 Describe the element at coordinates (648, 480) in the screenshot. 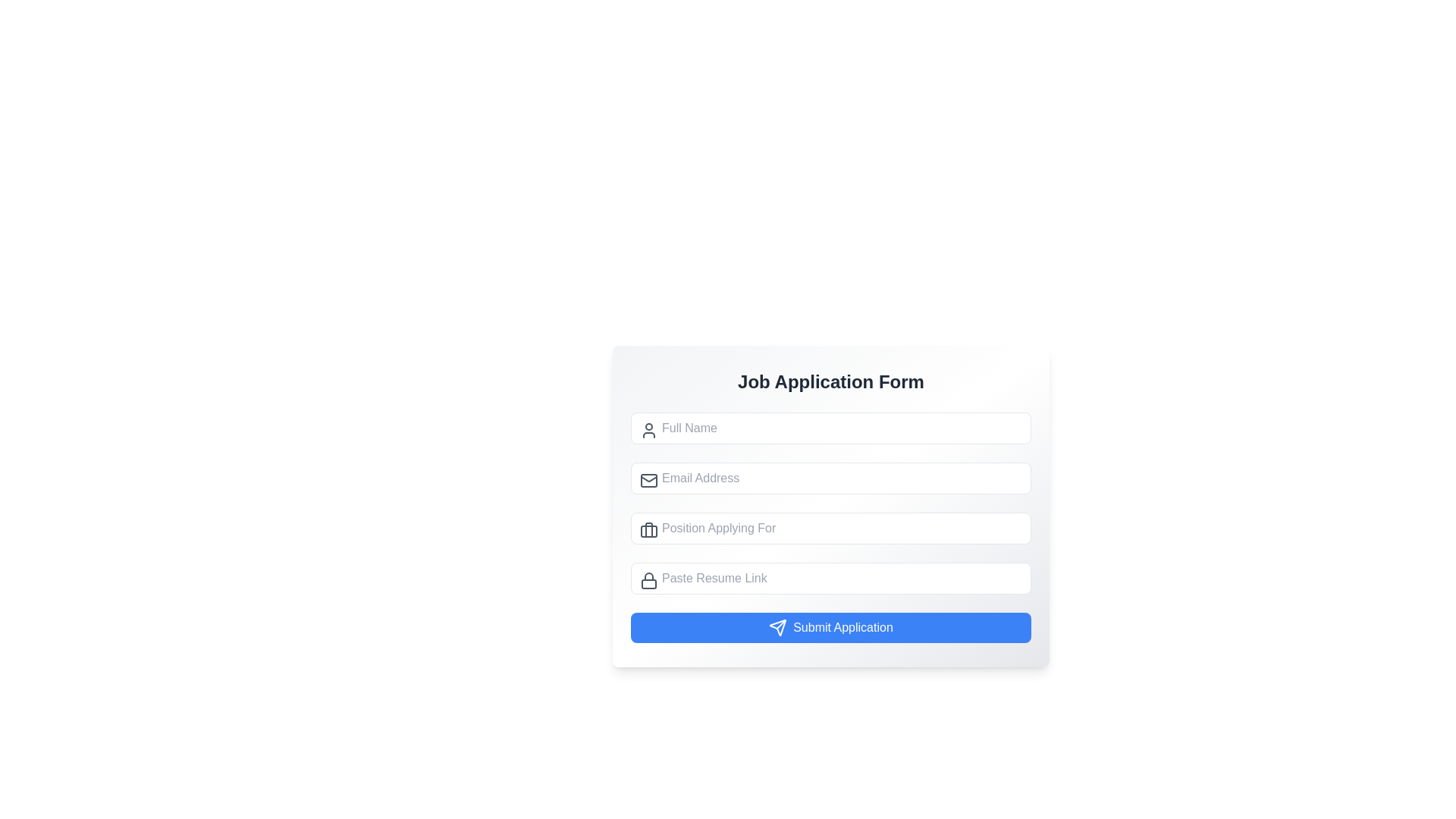

I see `the rectangular envelope base icon in the Job Application Form, which is part of the email icon and positioned to the left of the Email Address input field` at that location.